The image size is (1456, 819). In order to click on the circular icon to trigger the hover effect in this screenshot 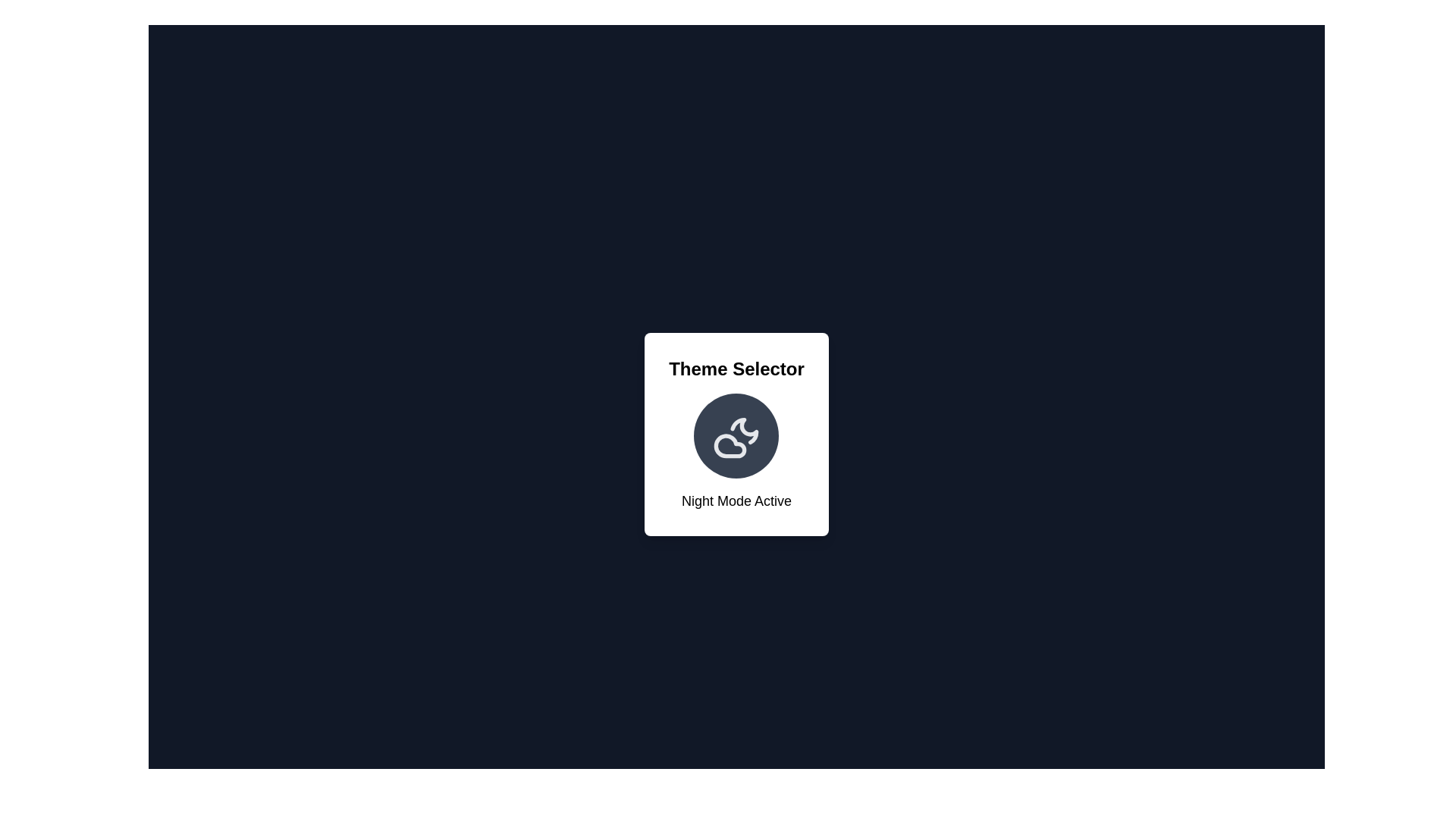, I will do `click(736, 435)`.